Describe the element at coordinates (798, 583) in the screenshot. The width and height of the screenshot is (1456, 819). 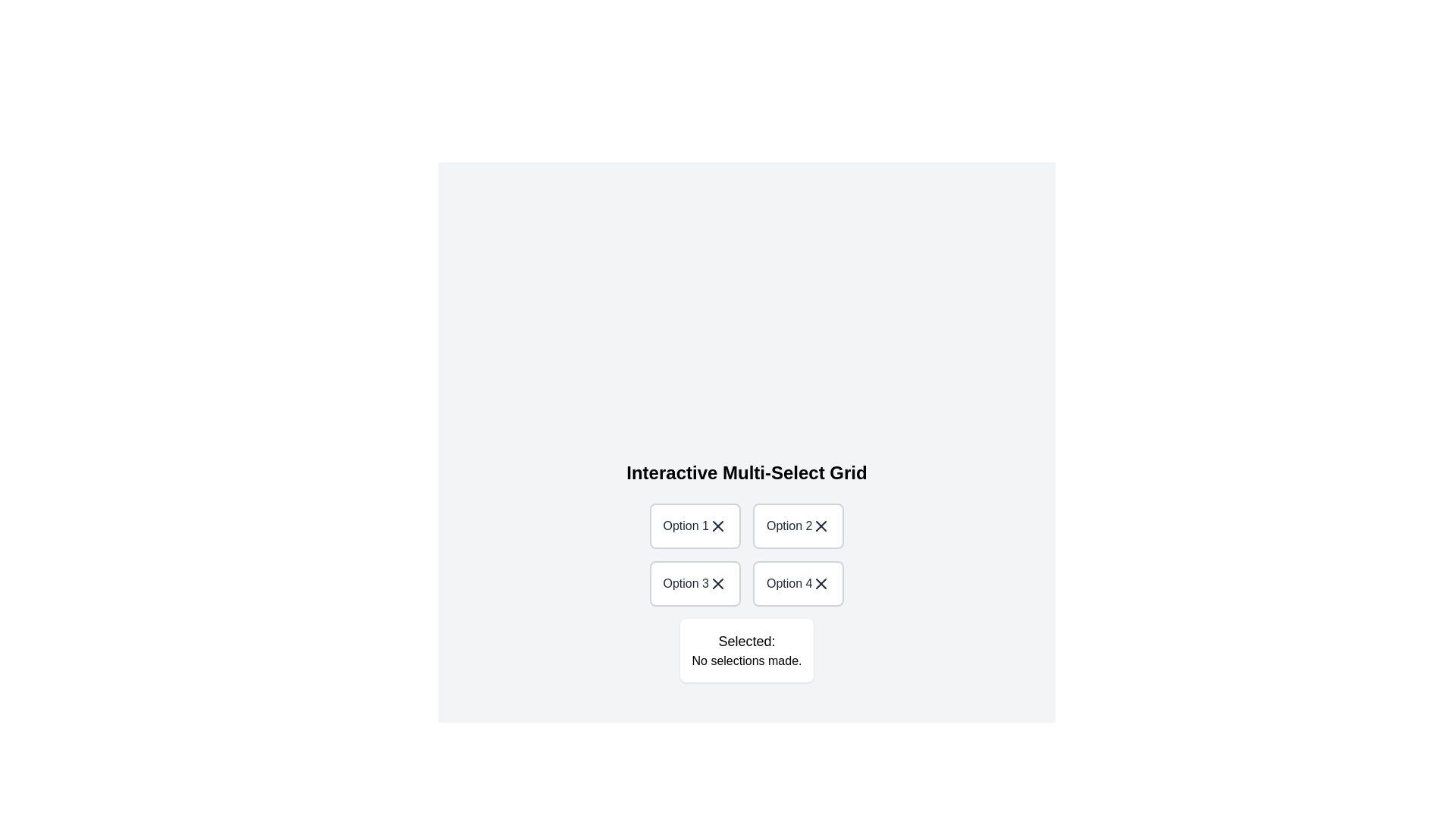
I see `the option Option 4 by clicking on it` at that location.